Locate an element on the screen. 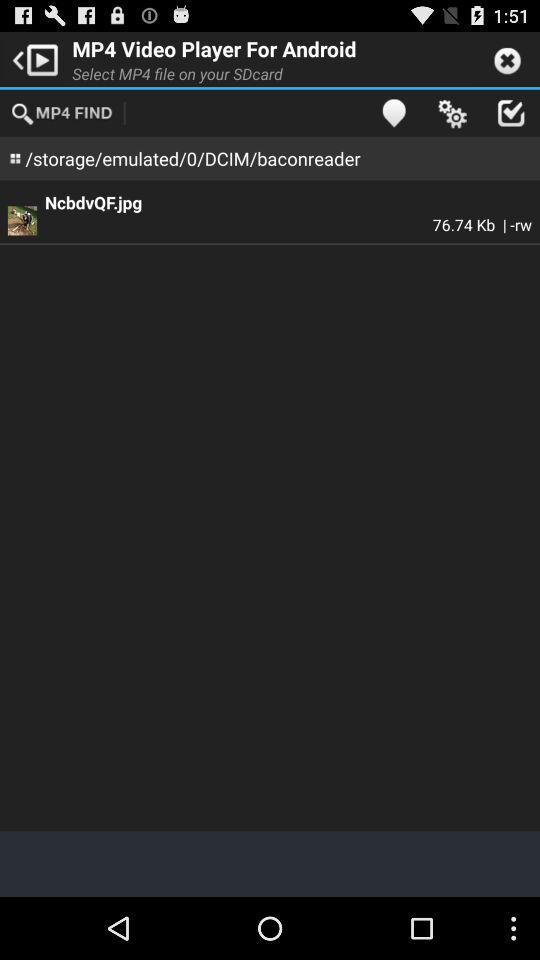  the settings icon is located at coordinates (452, 120).